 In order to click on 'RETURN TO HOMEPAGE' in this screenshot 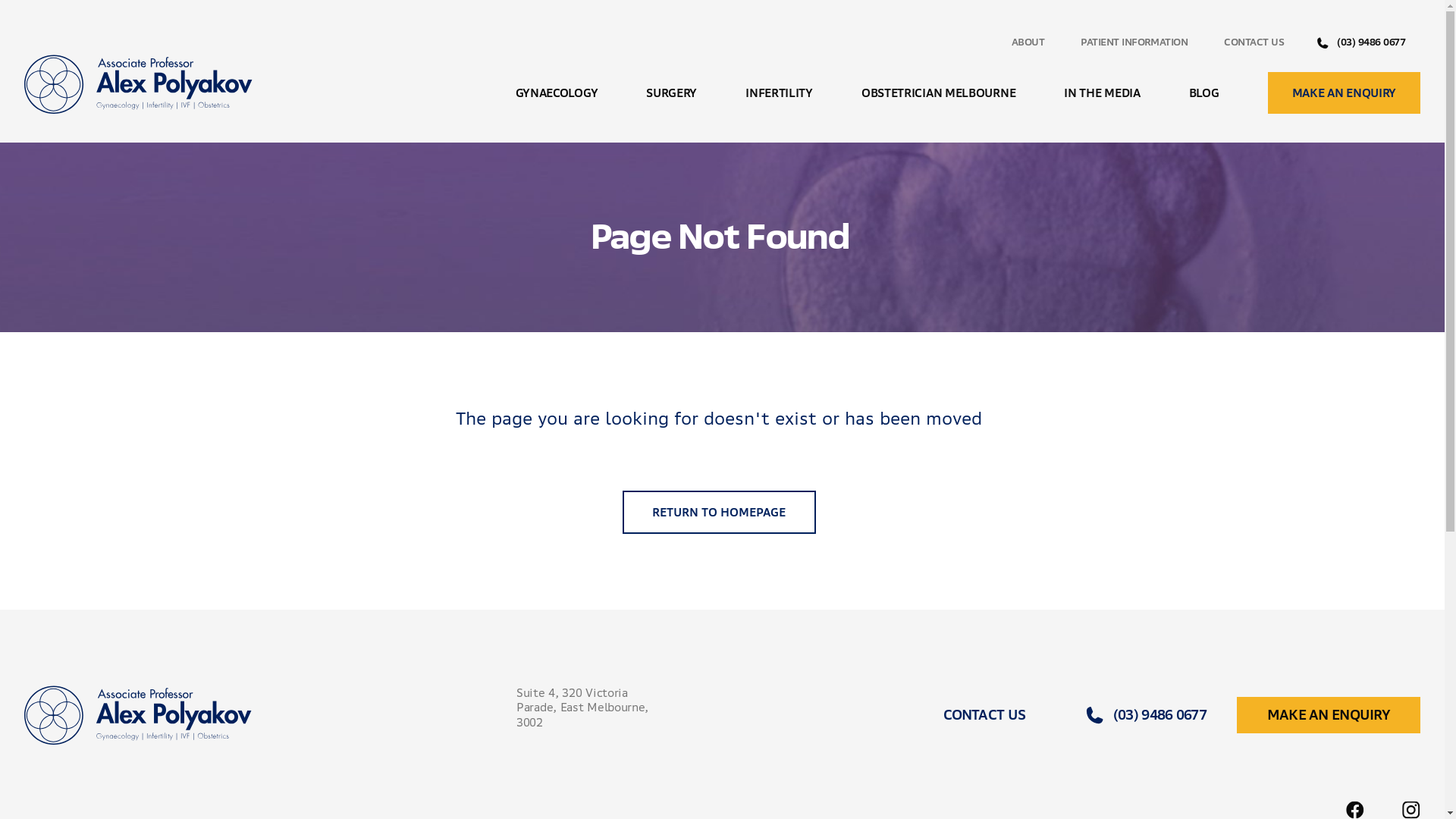, I will do `click(718, 512)`.